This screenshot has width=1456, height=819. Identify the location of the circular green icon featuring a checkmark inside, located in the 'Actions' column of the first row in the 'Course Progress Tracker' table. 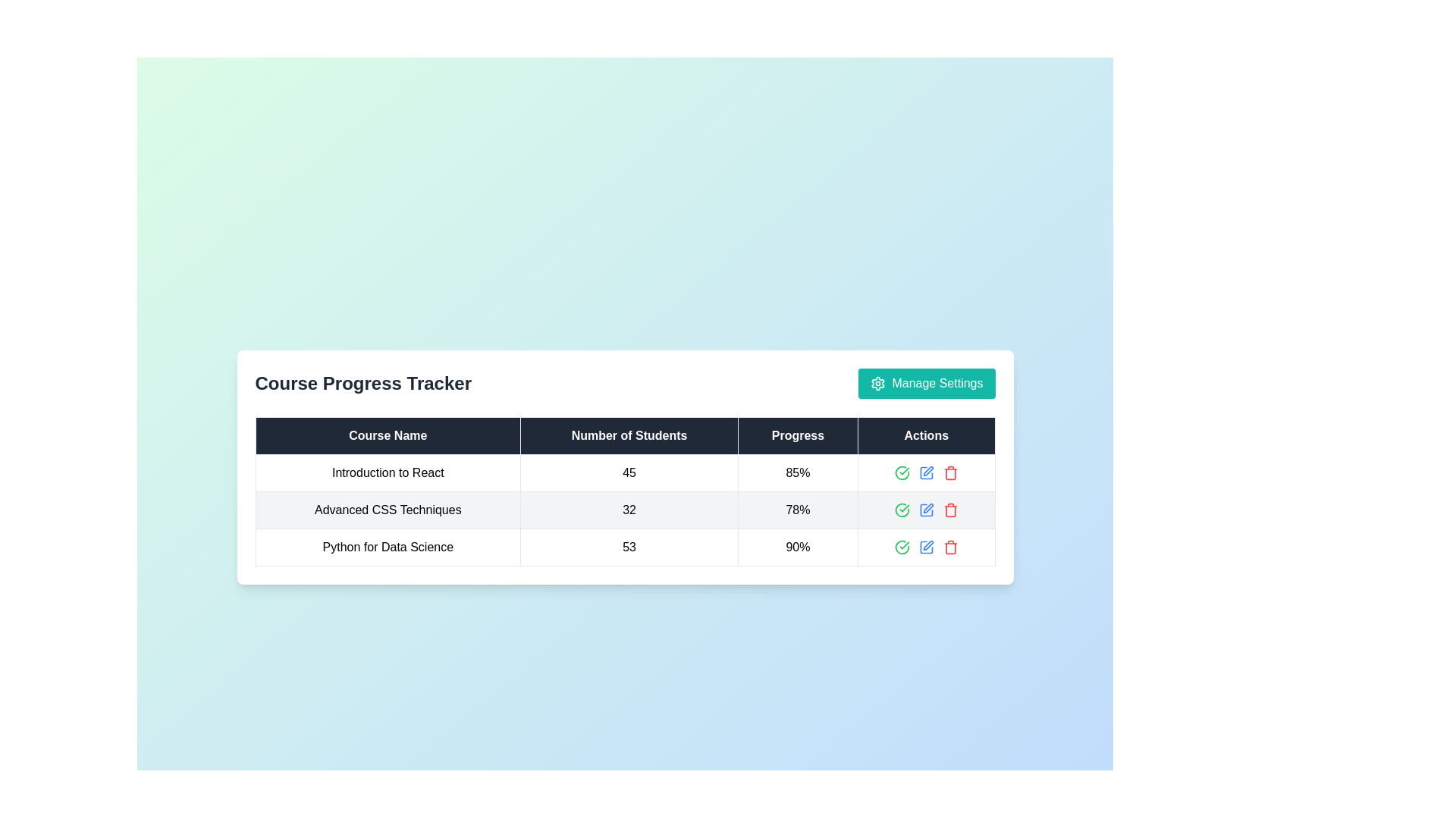
(902, 472).